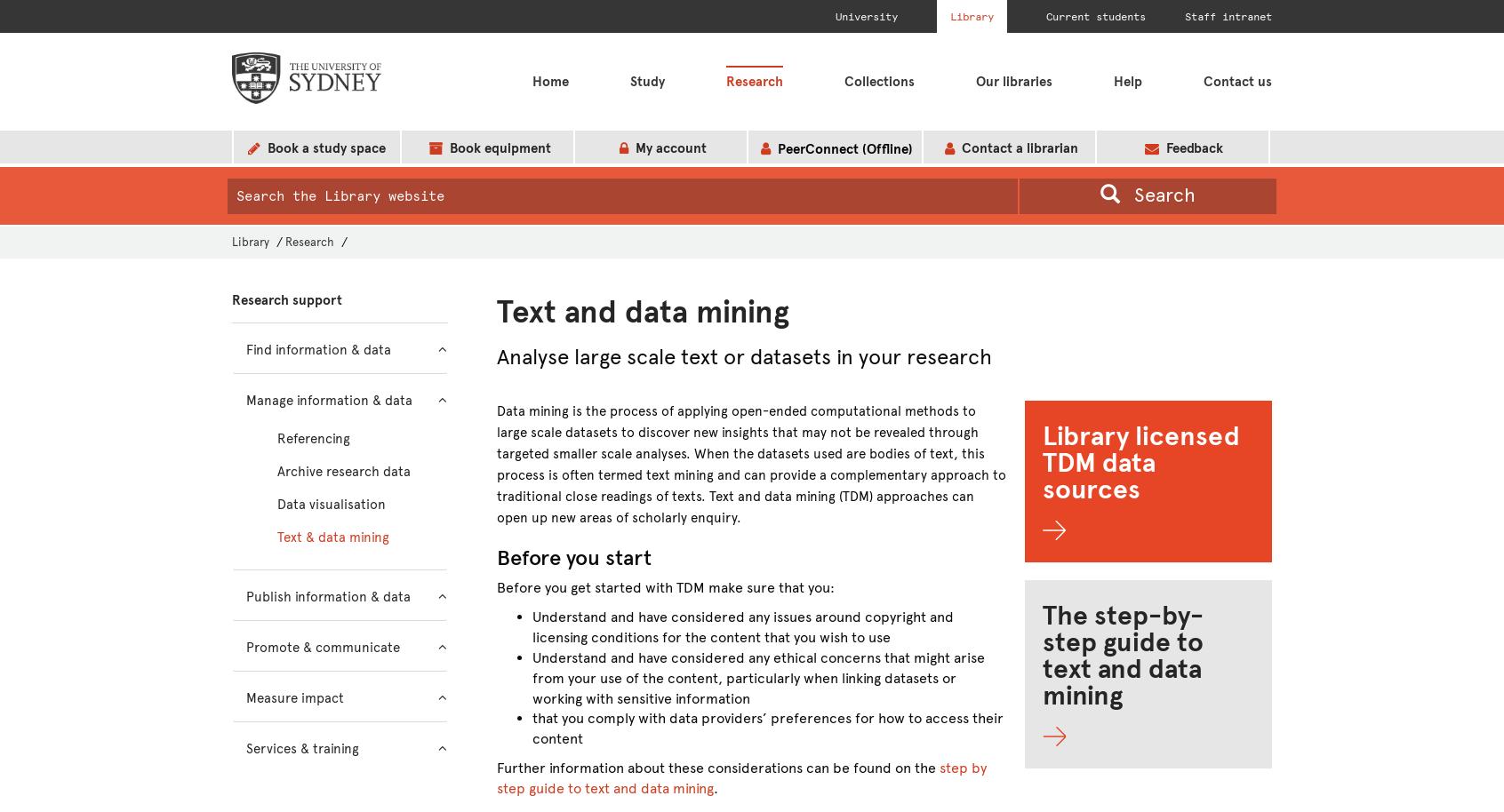 The height and width of the screenshot is (812, 1504). I want to click on 'Collections', so click(877, 82).